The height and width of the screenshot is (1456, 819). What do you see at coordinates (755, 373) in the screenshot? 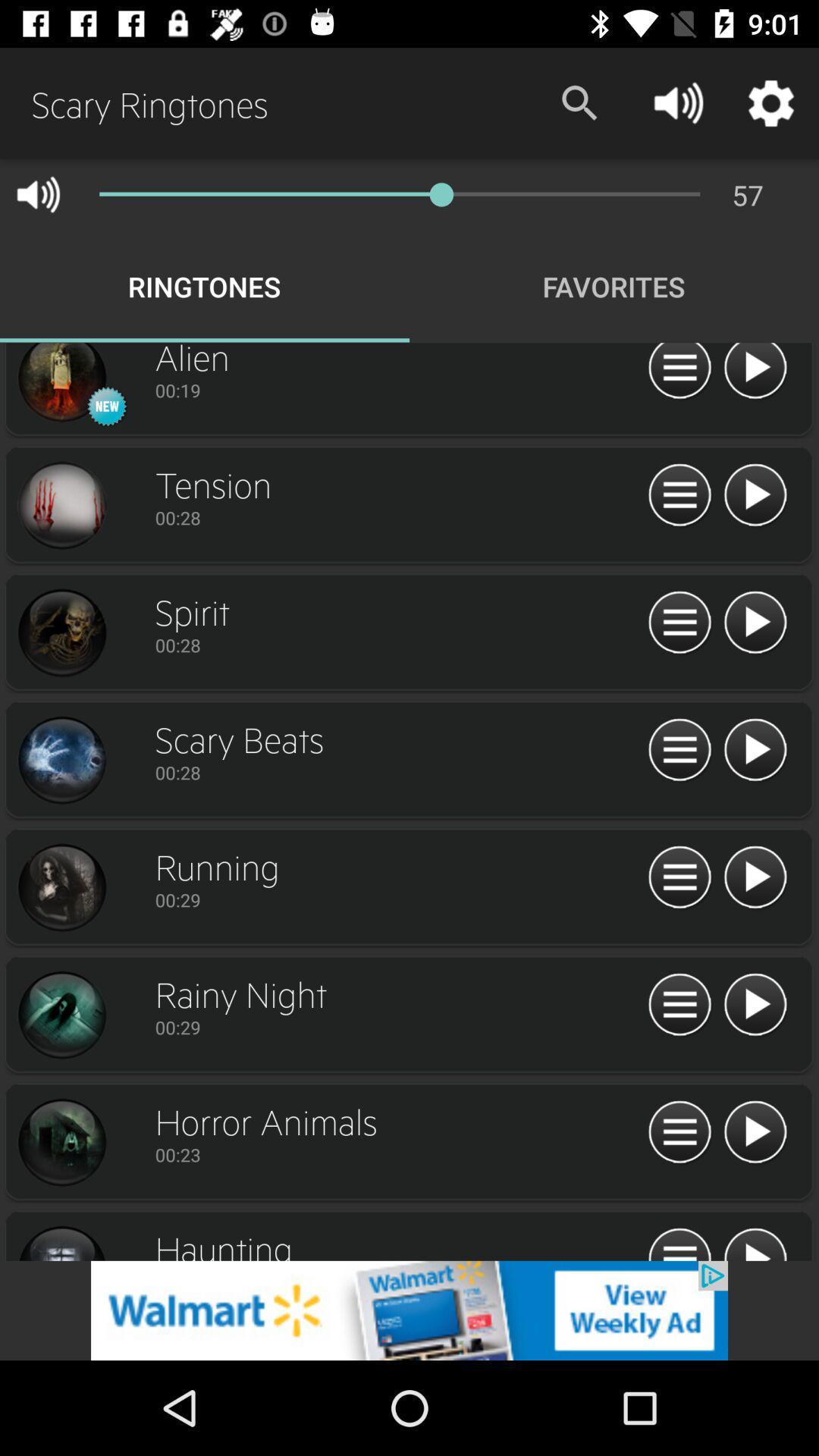
I see `play` at bounding box center [755, 373].